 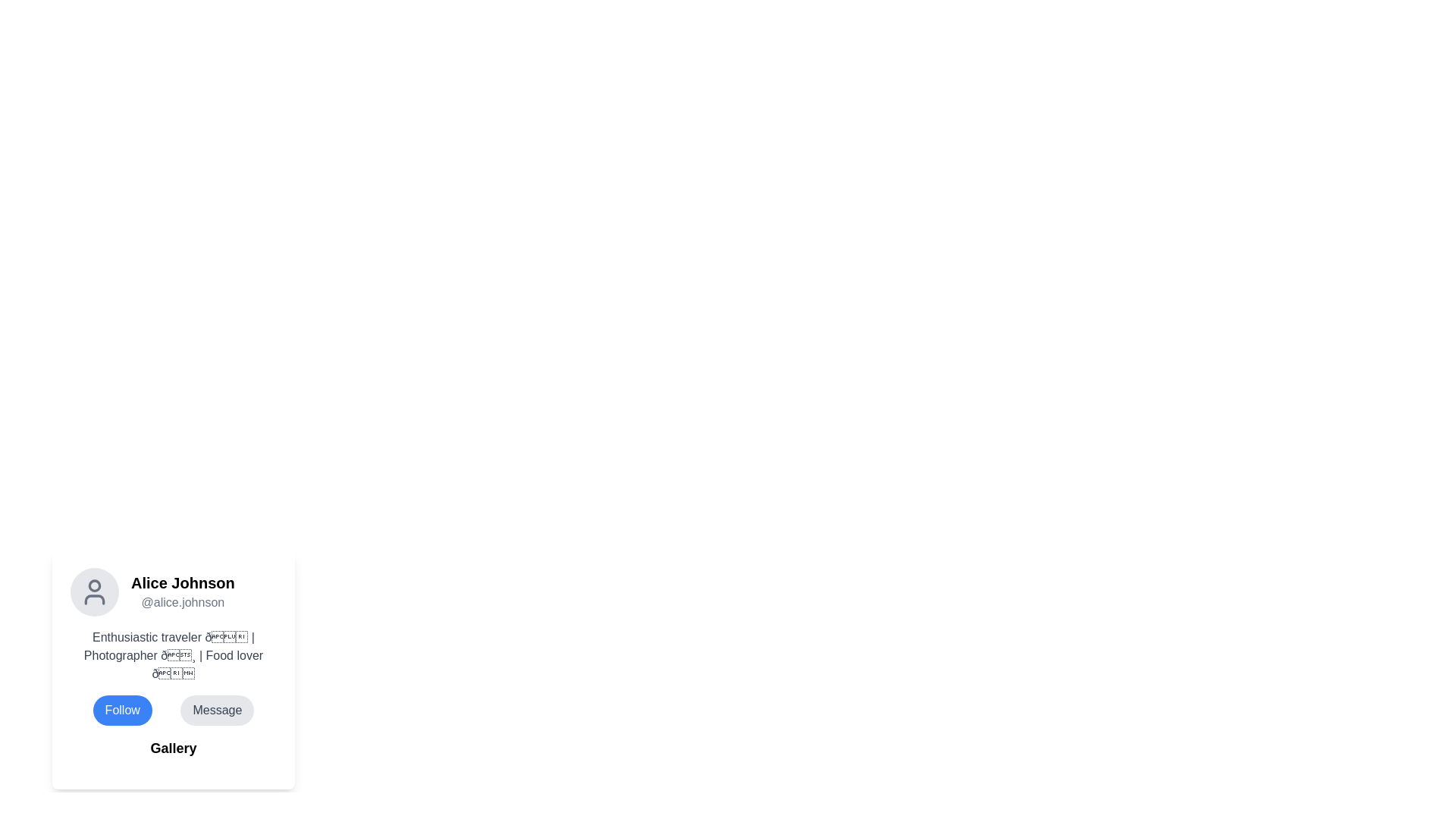 What do you see at coordinates (93, 591) in the screenshot?
I see `the user profile icon located at the top of the card component with a gray background and rounded edges, which visually represents the user identity` at bounding box center [93, 591].